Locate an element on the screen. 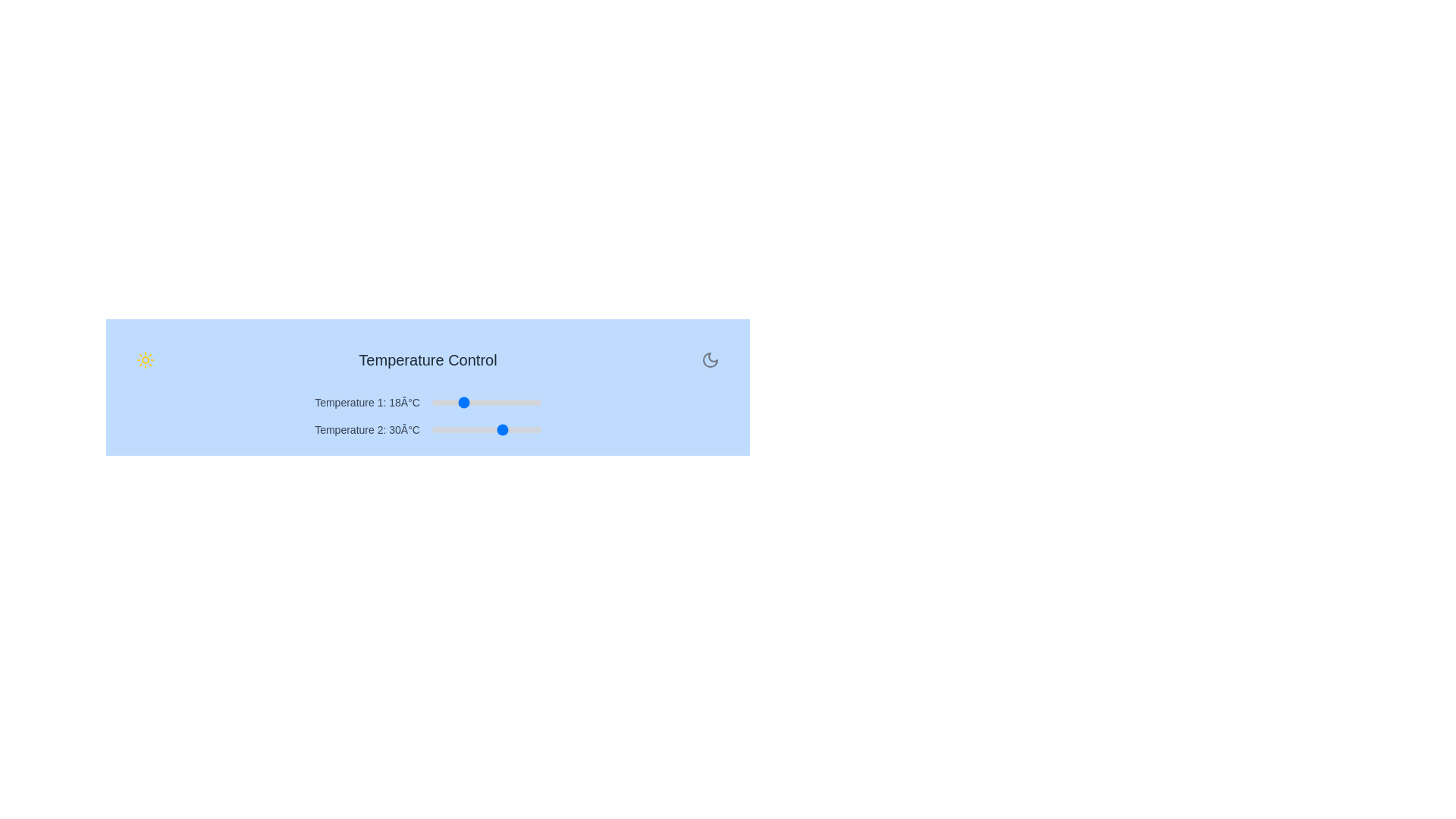  the slider handle for the 'Temperature 2' control located beneath 'Temperature 1' is located at coordinates (427, 430).